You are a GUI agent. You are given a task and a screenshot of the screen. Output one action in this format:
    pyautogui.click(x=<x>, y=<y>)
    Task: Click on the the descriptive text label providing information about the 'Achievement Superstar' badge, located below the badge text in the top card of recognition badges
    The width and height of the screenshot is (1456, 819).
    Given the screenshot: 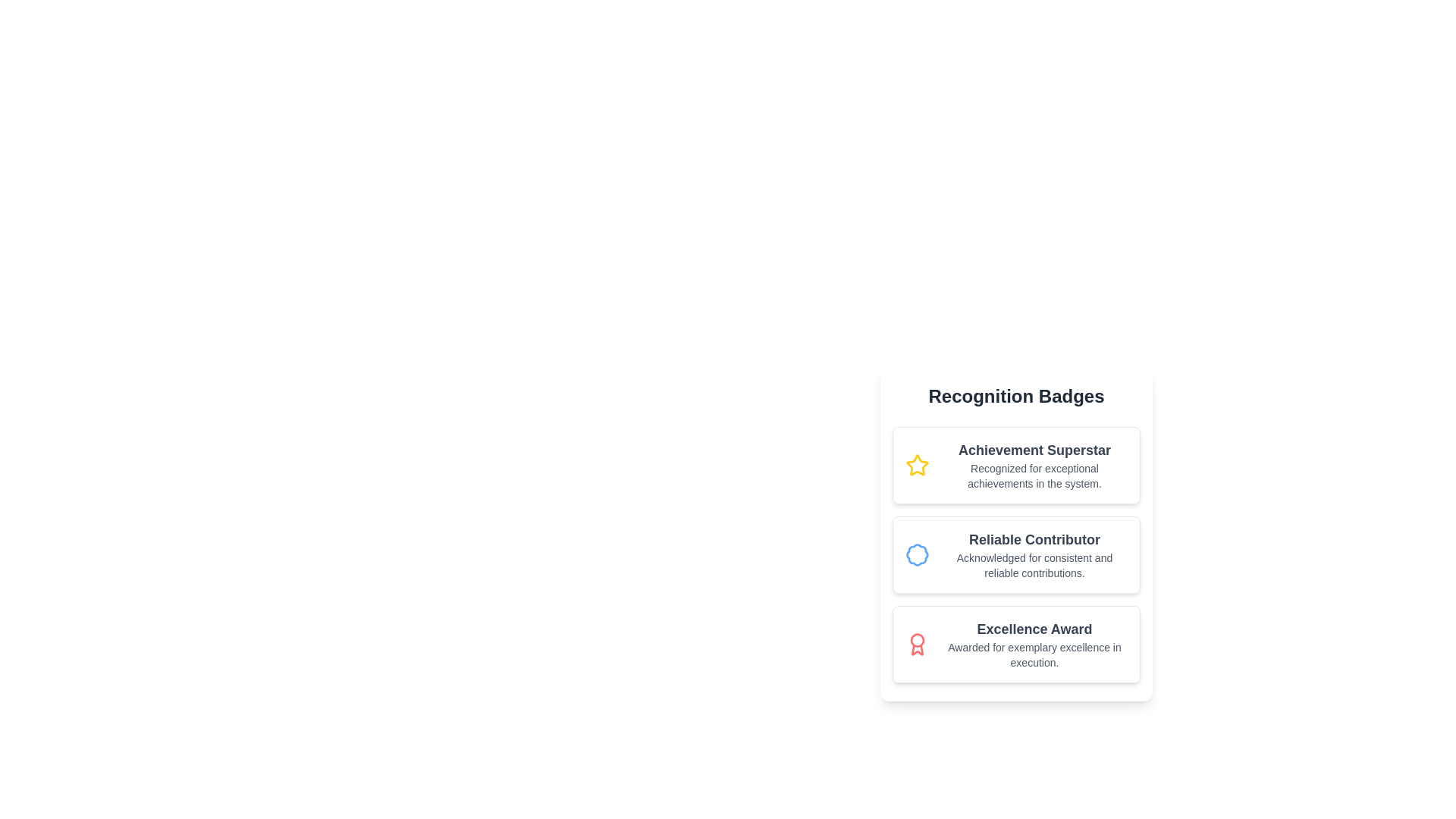 What is the action you would take?
    pyautogui.click(x=1034, y=475)
    